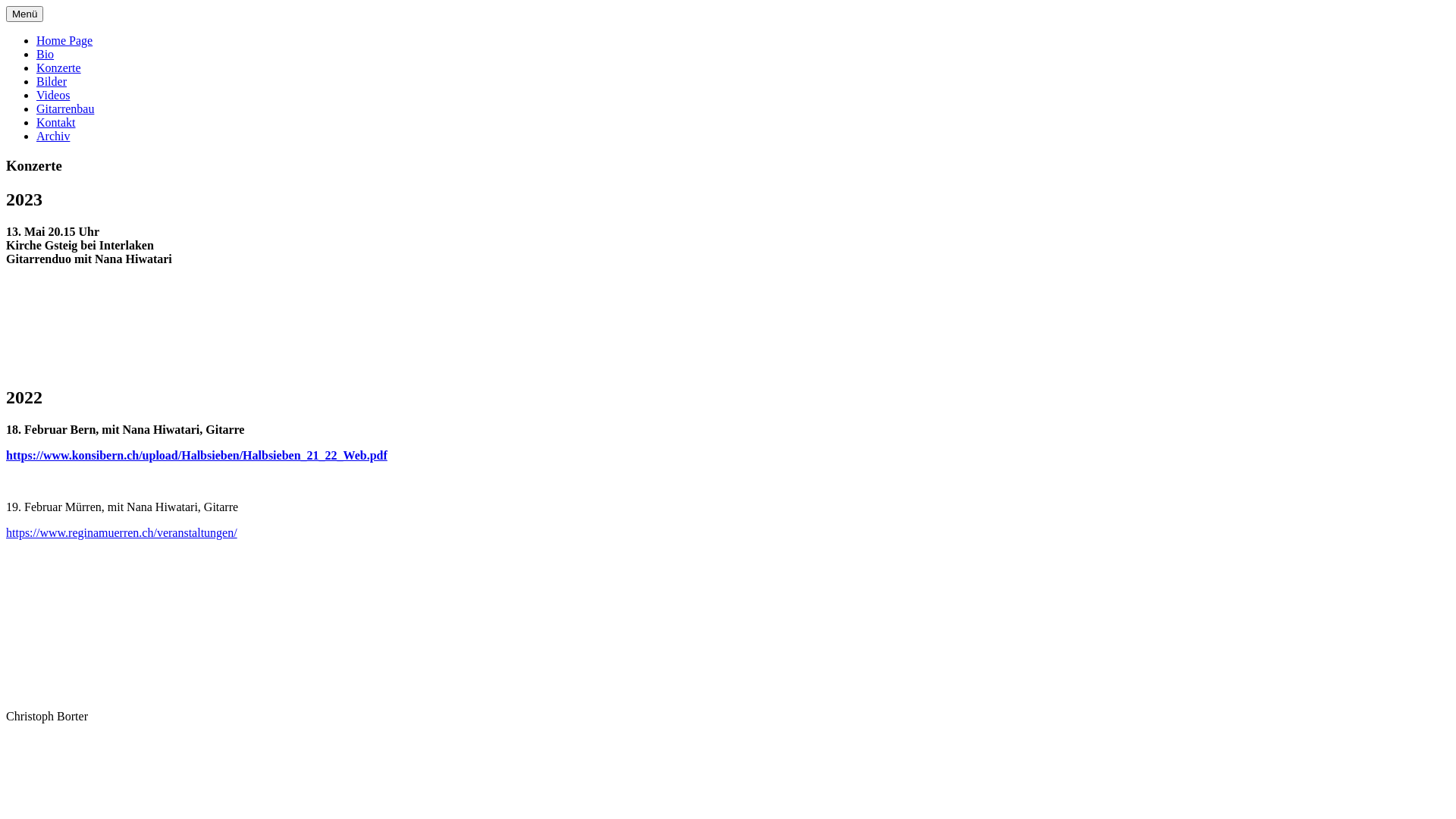 The image size is (1456, 819). What do you see at coordinates (53, 95) in the screenshot?
I see `'Videos'` at bounding box center [53, 95].